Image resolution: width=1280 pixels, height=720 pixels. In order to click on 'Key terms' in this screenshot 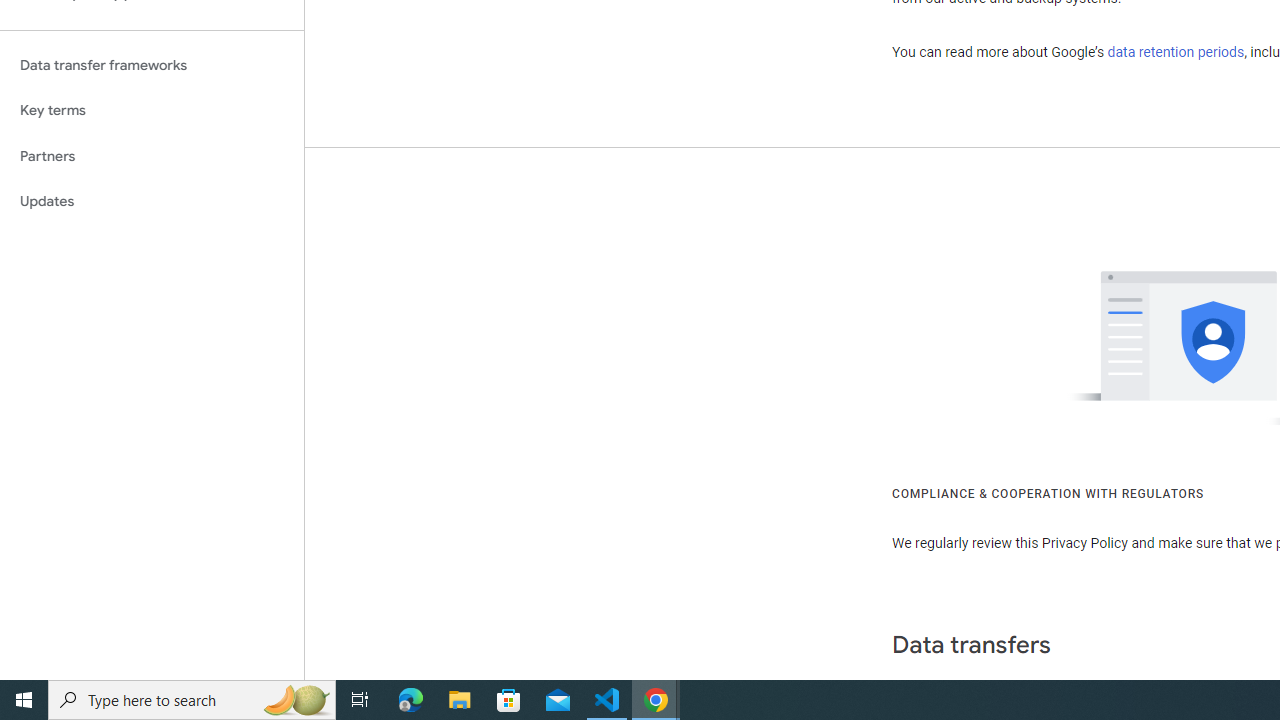, I will do `click(151, 110)`.